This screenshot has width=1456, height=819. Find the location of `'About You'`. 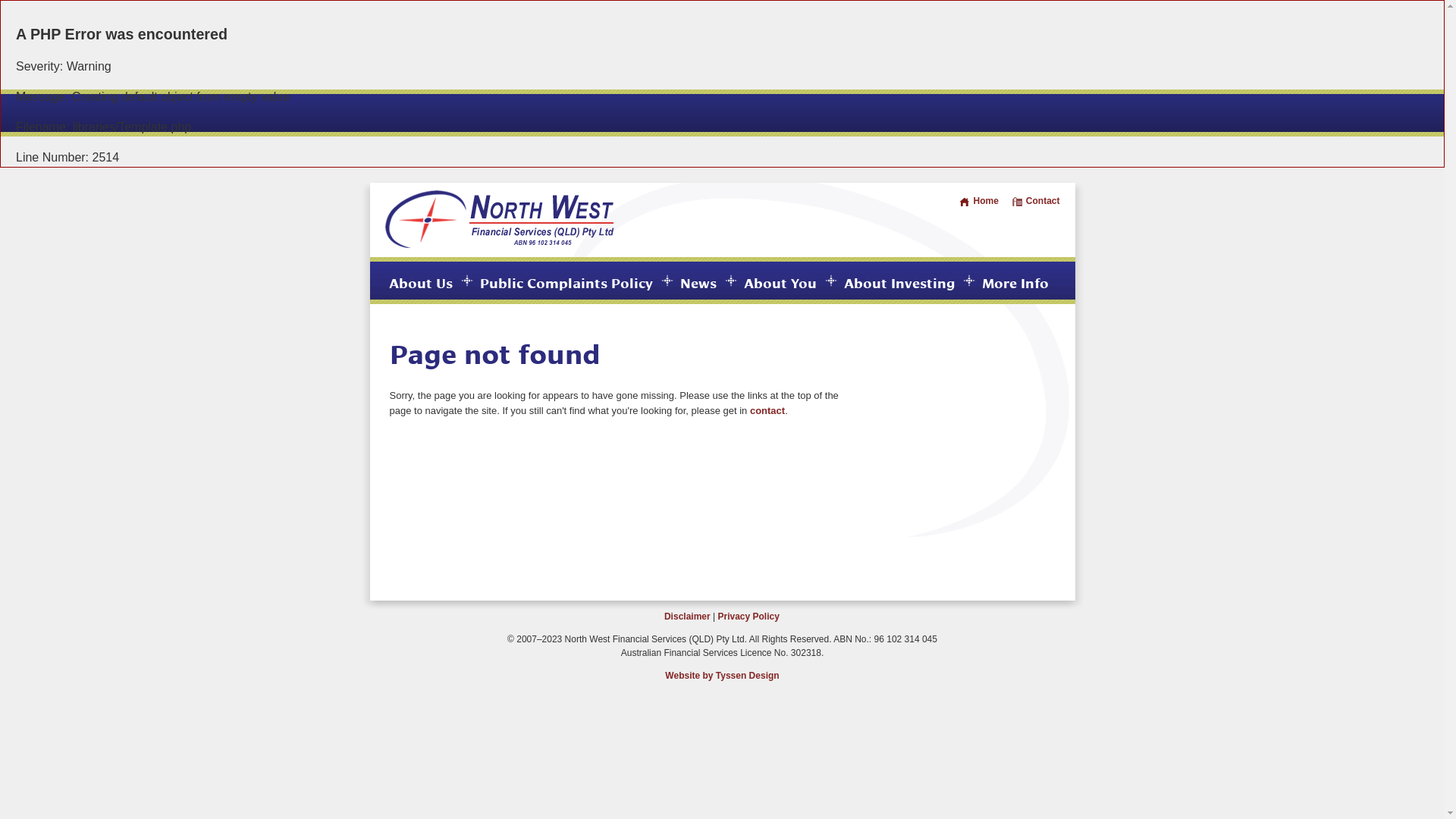

'About You' is located at coordinates (742, 281).